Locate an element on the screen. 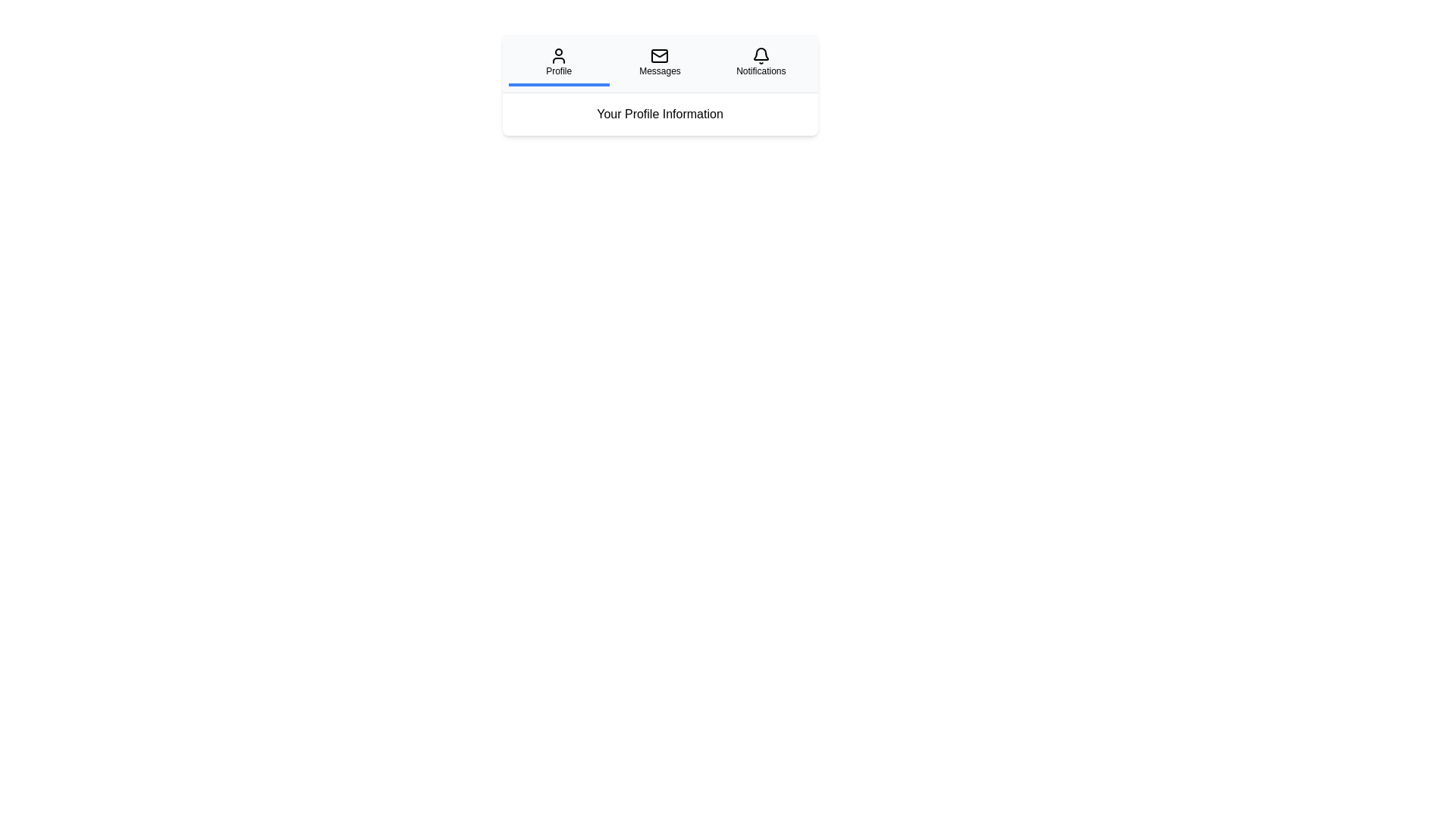 Image resolution: width=1456 pixels, height=819 pixels. the central tab 'Messages' in the Tab Navigation Bar is located at coordinates (660, 63).